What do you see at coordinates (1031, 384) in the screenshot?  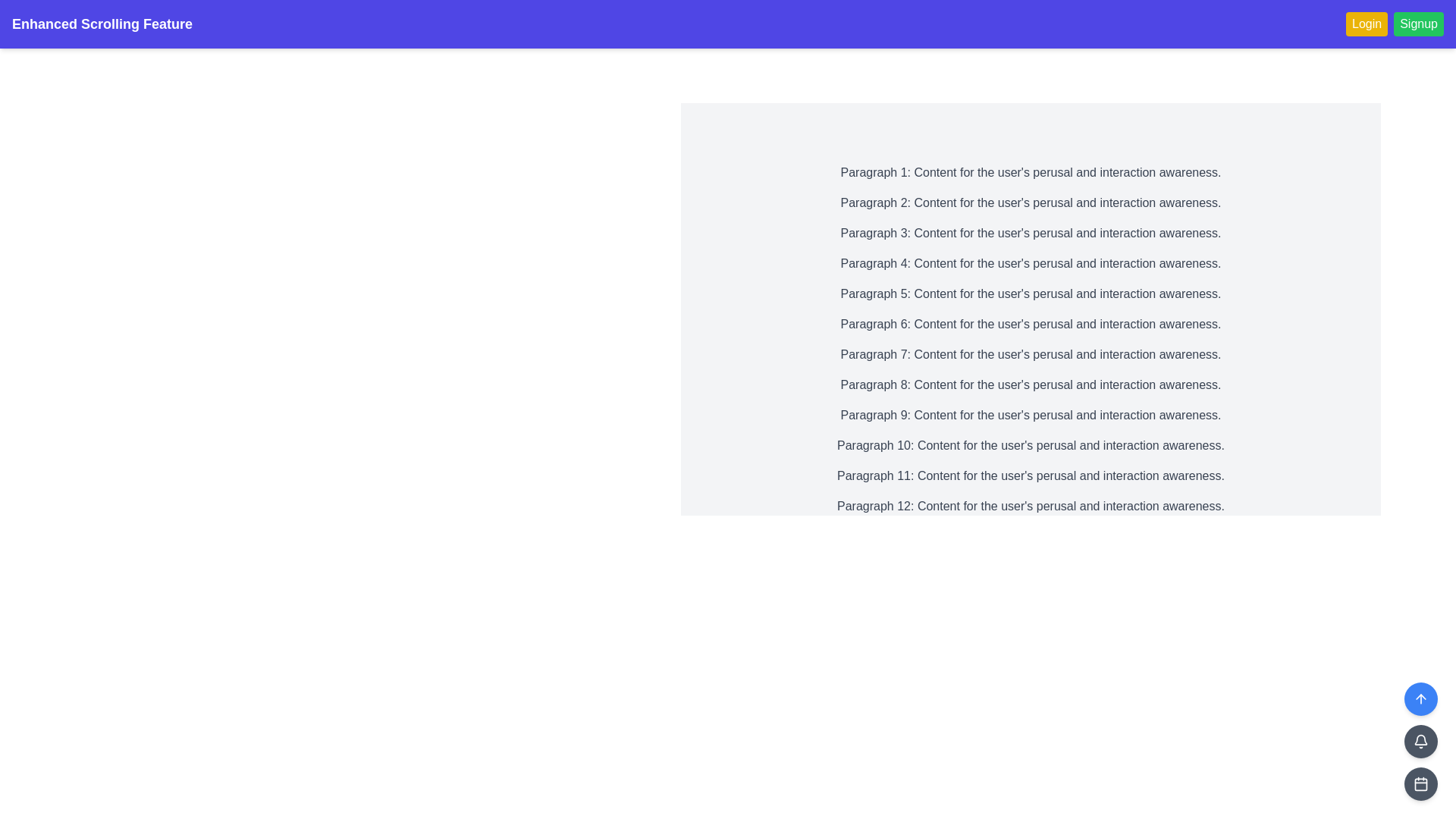 I see `the static text element displaying 'Paragraph 8: Content for the user's perusal and interaction awareness.', which is the eighth item in a list of paragraphs` at bounding box center [1031, 384].